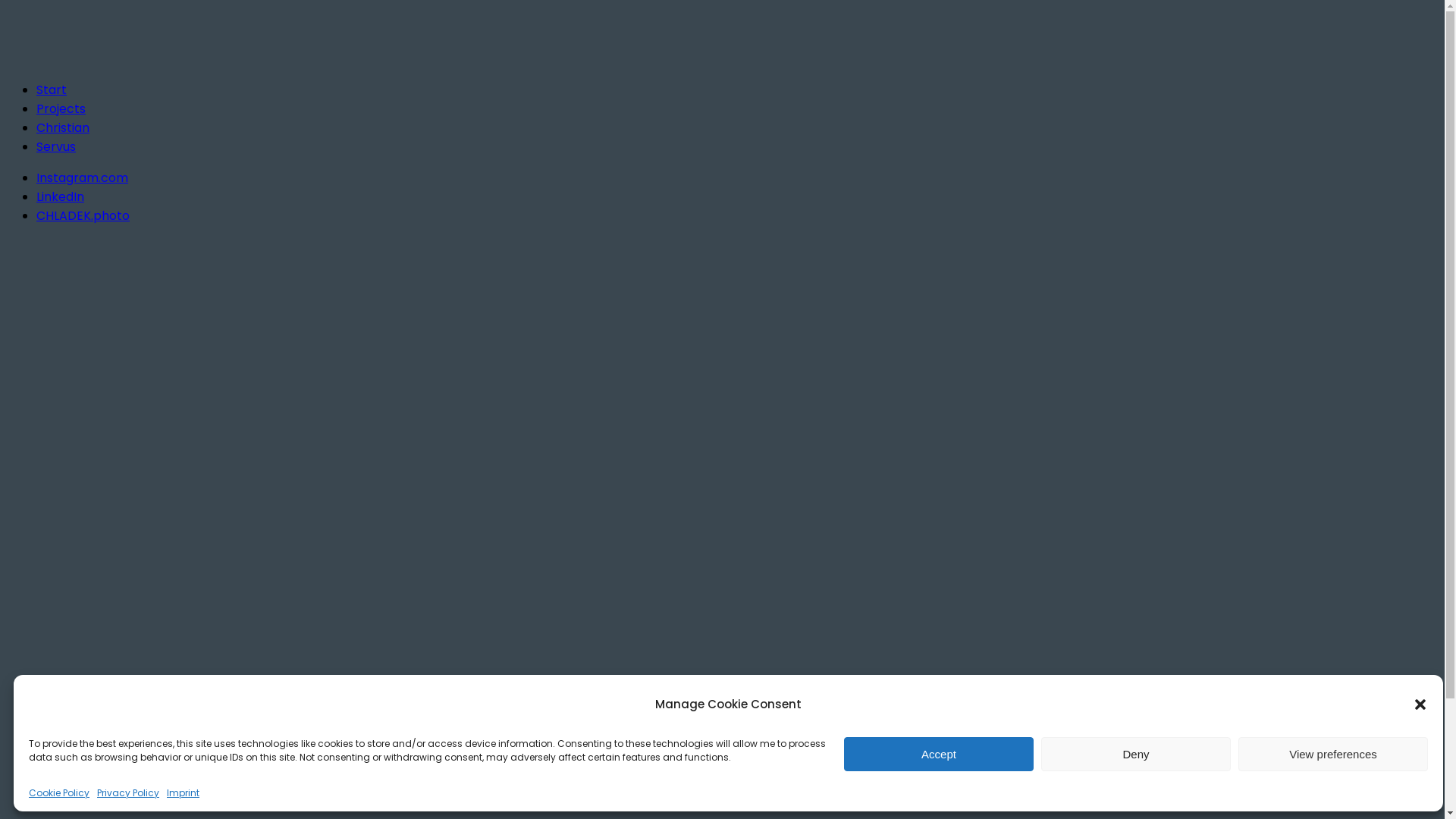 The height and width of the screenshot is (819, 1456). I want to click on 'CHLADEK.photo', so click(82, 215).